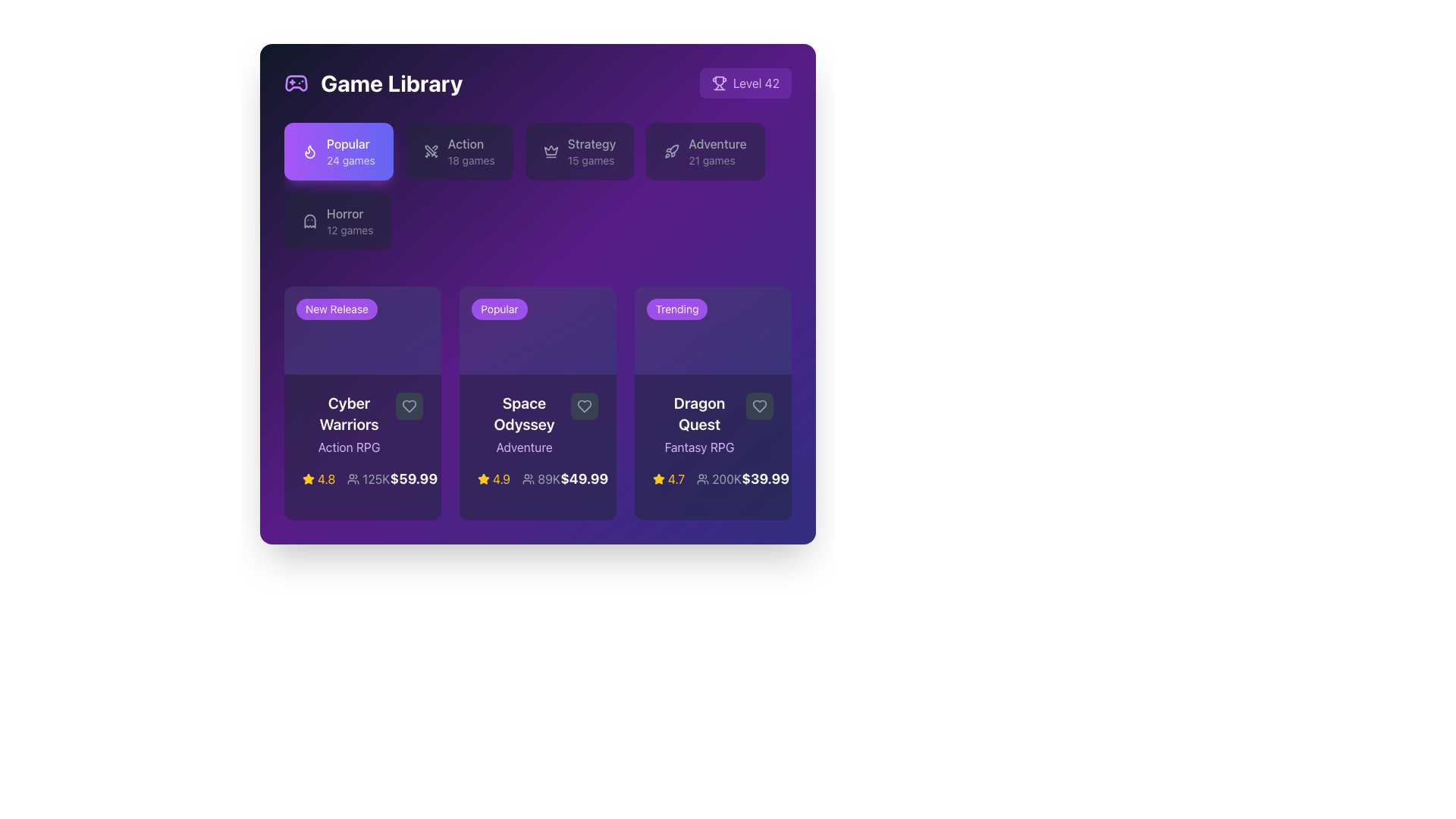 The width and height of the screenshot is (1456, 819). What do you see at coordinates (529, 479) in the screenshot?
I see `the ratings icon located in the 'Popular' game card, positioned left of the text '89K' near the bottom left corner of the card` at bounding box center [529, 479].